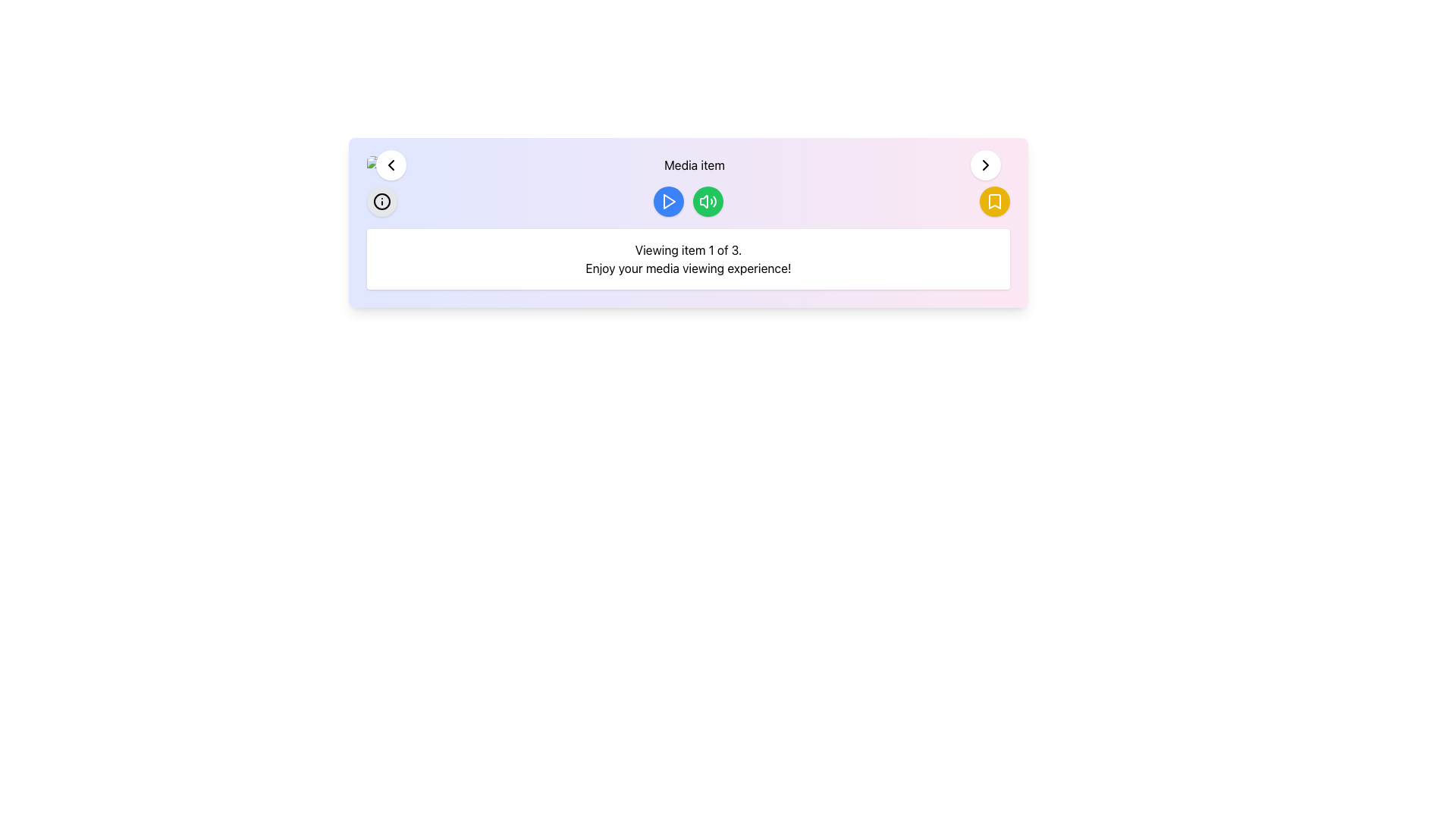 The height and width of the screenshot is (819, 1456). I want to click on the play button icon located near the center of the interface to initiate playback, so click(668, 201).